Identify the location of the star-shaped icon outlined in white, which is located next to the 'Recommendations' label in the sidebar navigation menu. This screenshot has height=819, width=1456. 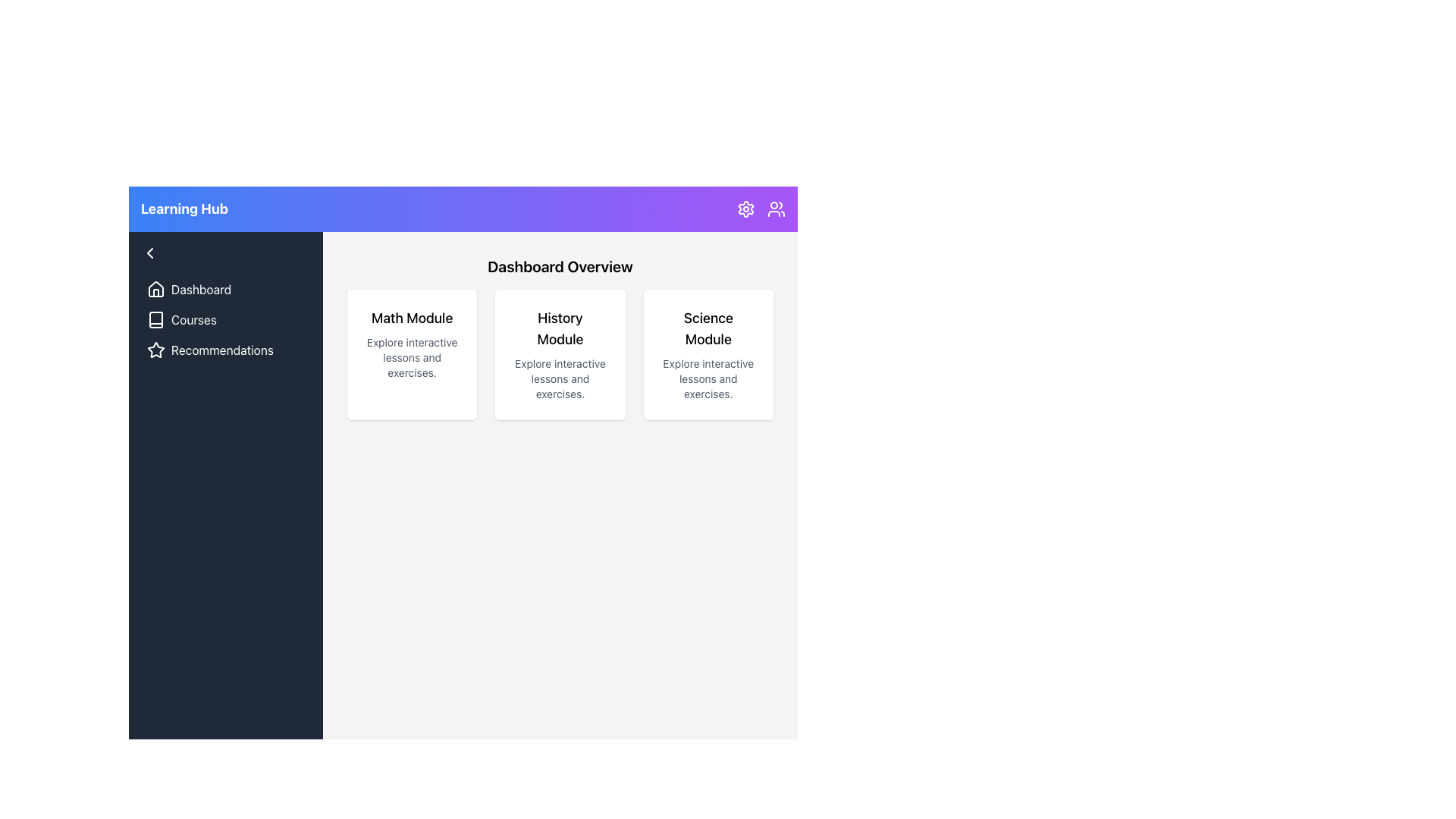
(156, 350).